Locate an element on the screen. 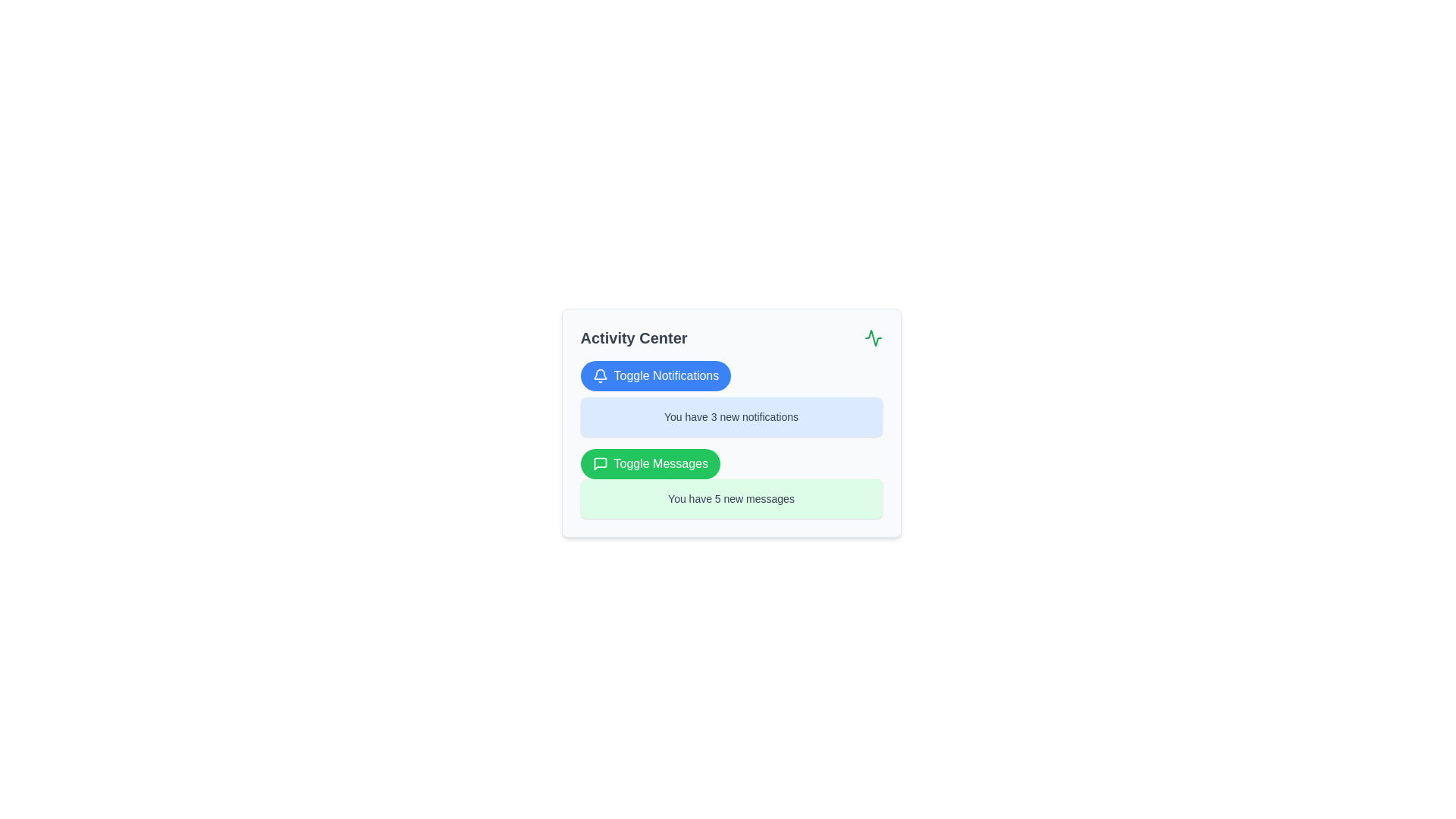  the blue bell-shaped notification icon located inside the 'Toggle Notifications' button, to the left of the button's text label is located at coordinates (599, 374).